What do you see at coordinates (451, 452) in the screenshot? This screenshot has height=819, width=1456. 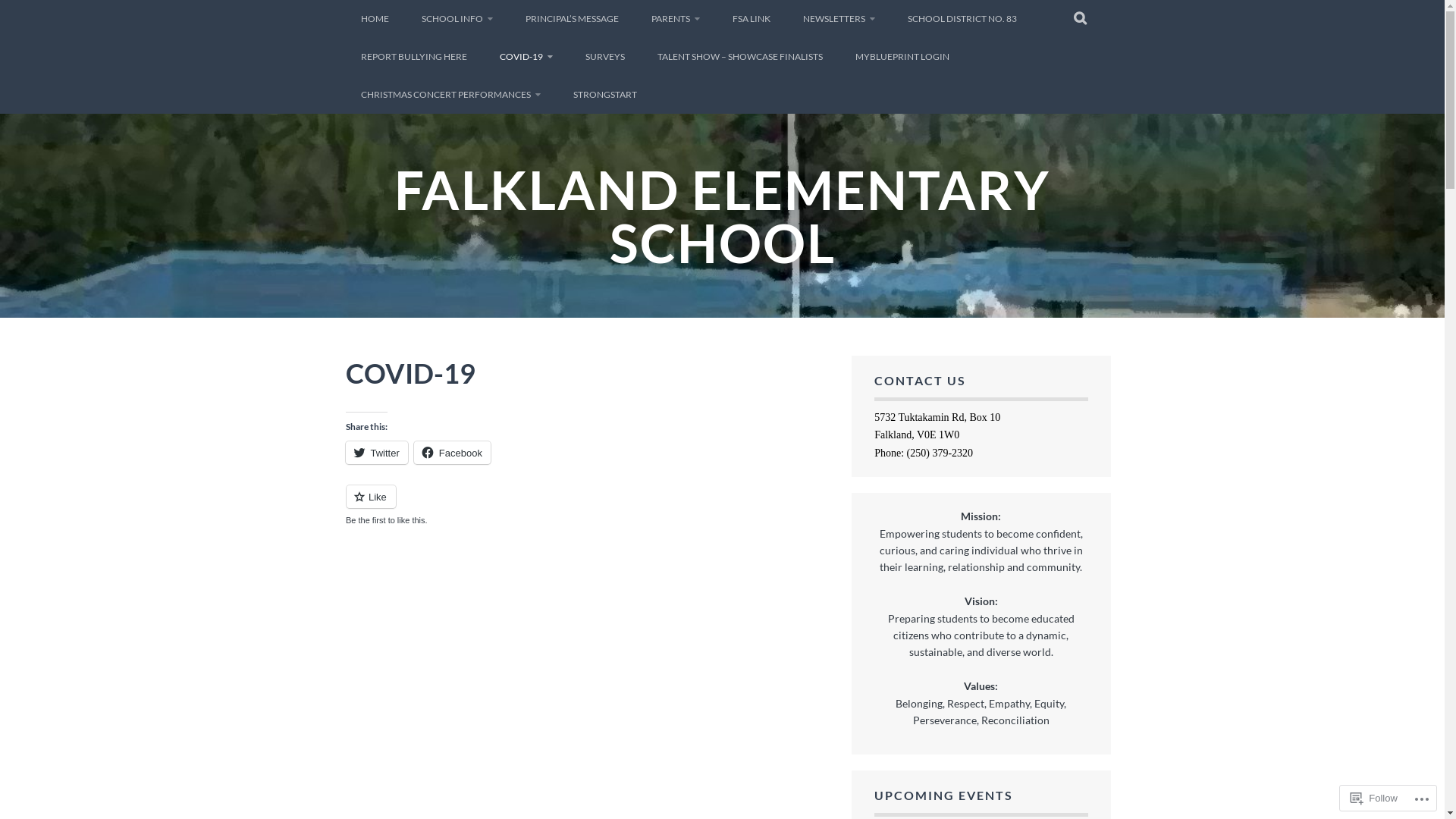 I see `'Facebook'` at bounding box center [451, 452].